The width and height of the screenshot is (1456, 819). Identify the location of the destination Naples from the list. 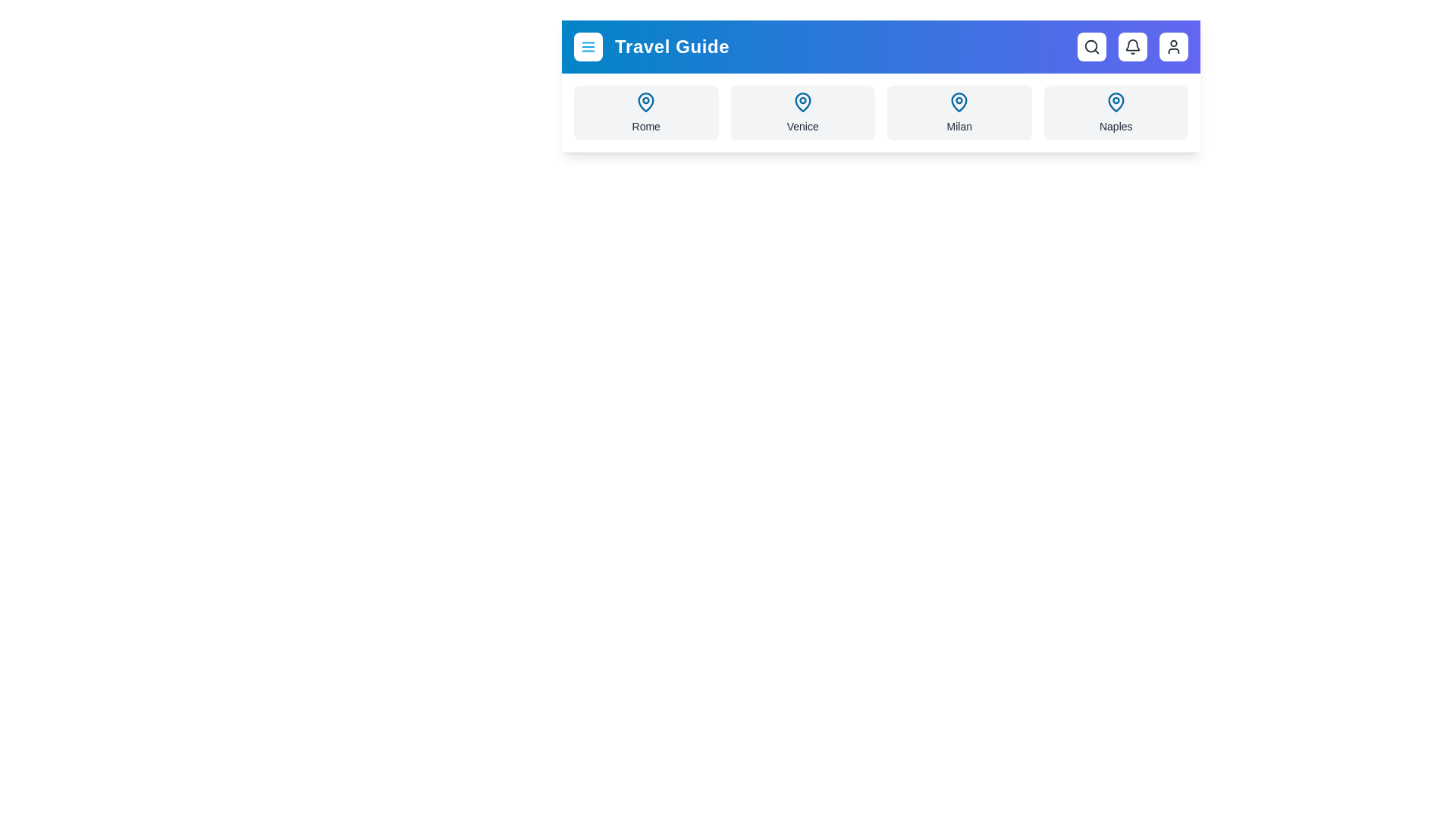
(1116, 112).